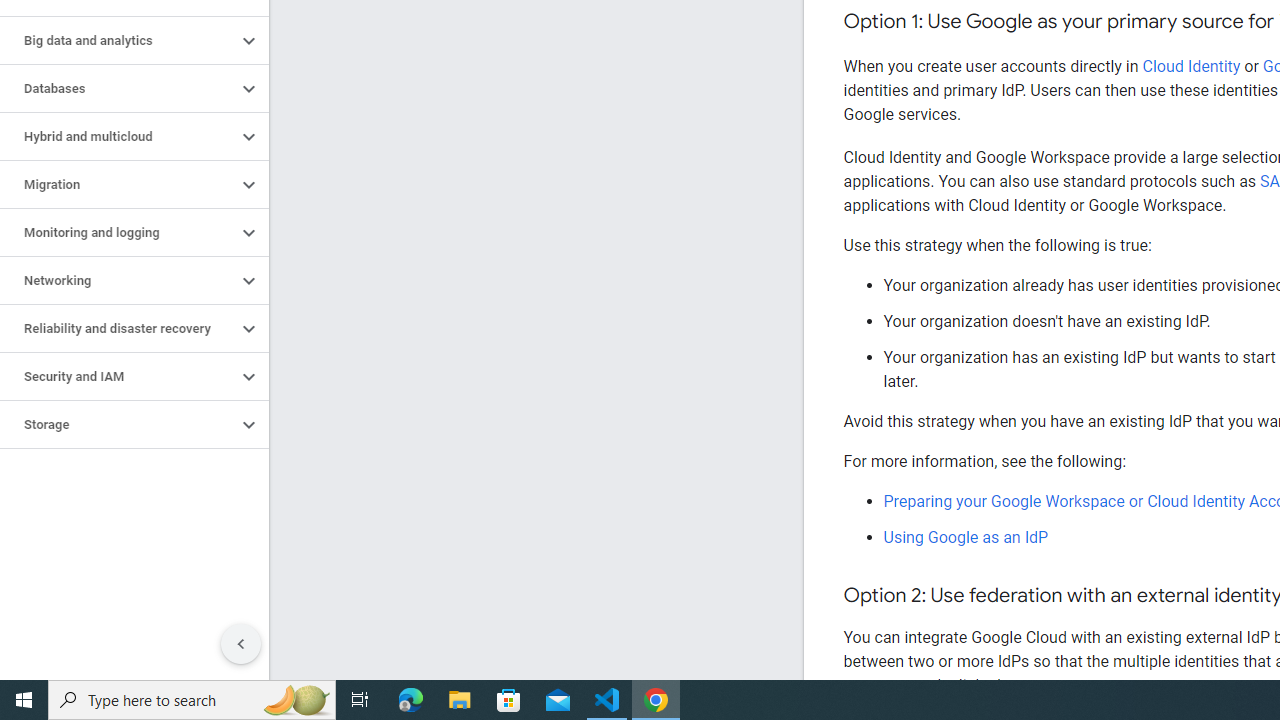  What do you see at coordinates (966, 536) in the screenshot?
I see `'Using Google as an IdP'` at bounding box center [966, 536].